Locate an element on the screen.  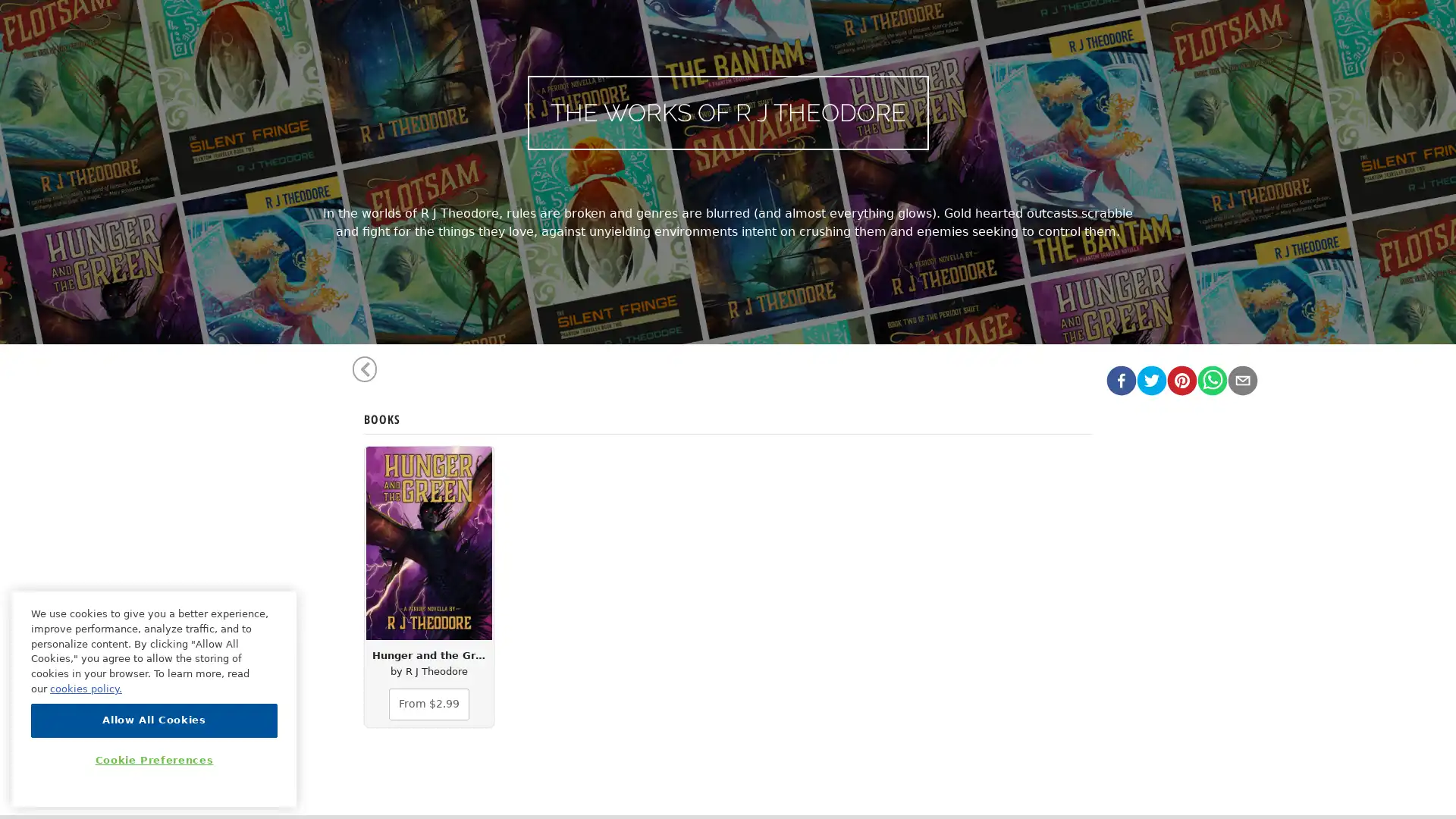
email is located at coordinates (1241, 378).